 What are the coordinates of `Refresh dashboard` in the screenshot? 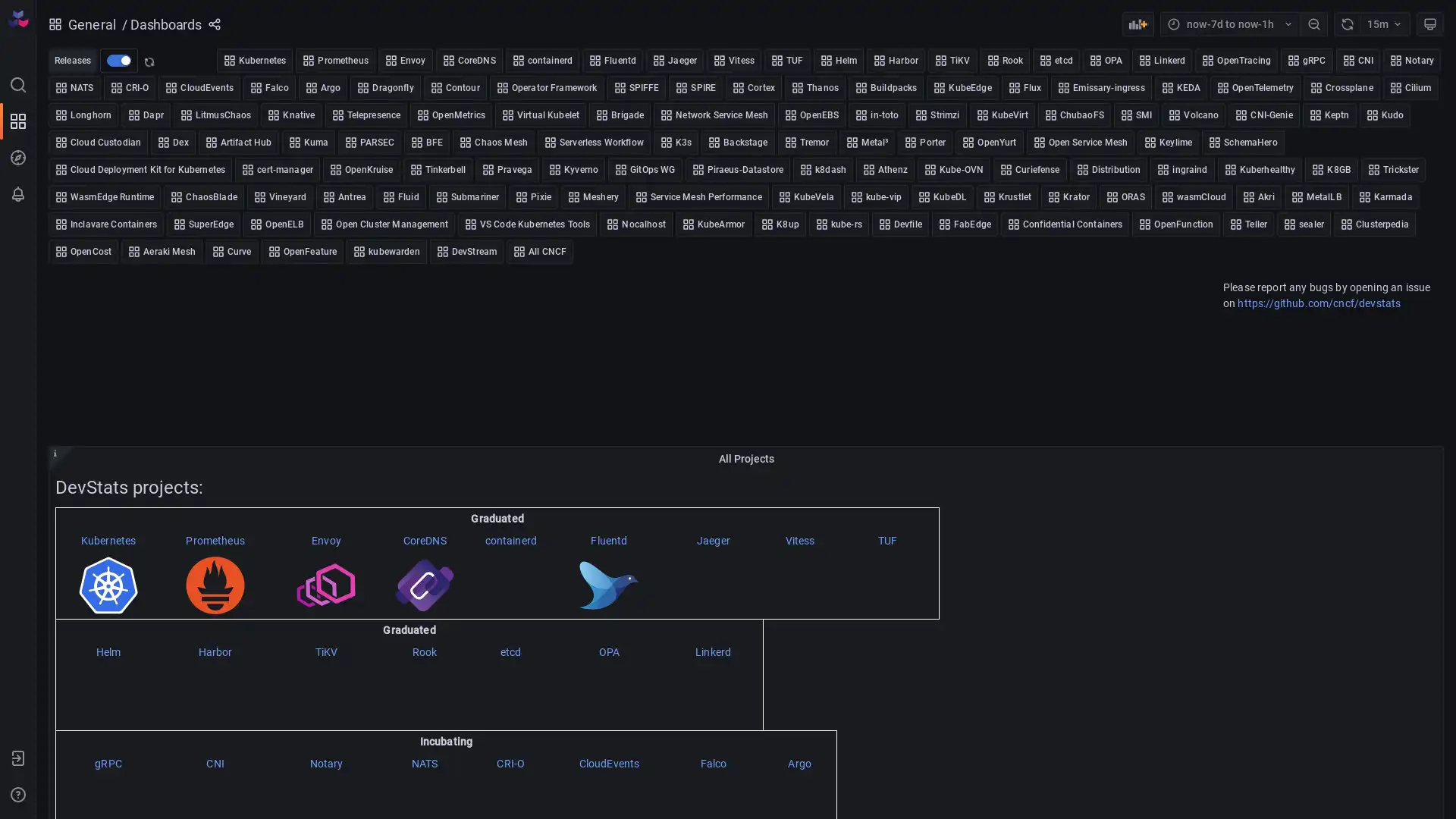 It's located at (1346, 24).